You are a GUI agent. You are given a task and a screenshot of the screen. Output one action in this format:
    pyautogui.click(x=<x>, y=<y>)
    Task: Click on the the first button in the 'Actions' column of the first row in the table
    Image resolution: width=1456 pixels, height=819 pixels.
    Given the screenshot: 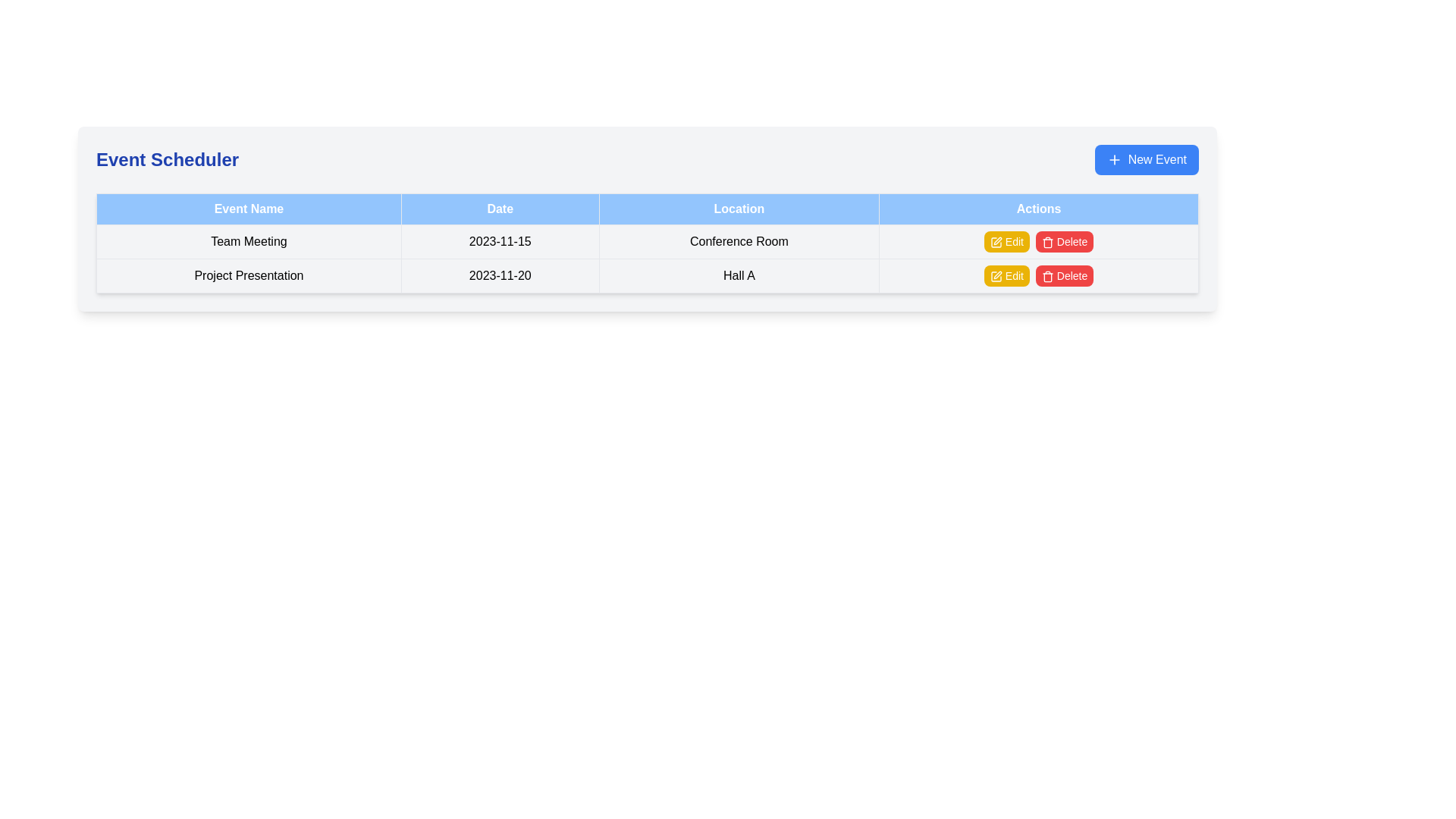 What is the action you would take?
    pyautogui.click(x=1006, y=241)
    